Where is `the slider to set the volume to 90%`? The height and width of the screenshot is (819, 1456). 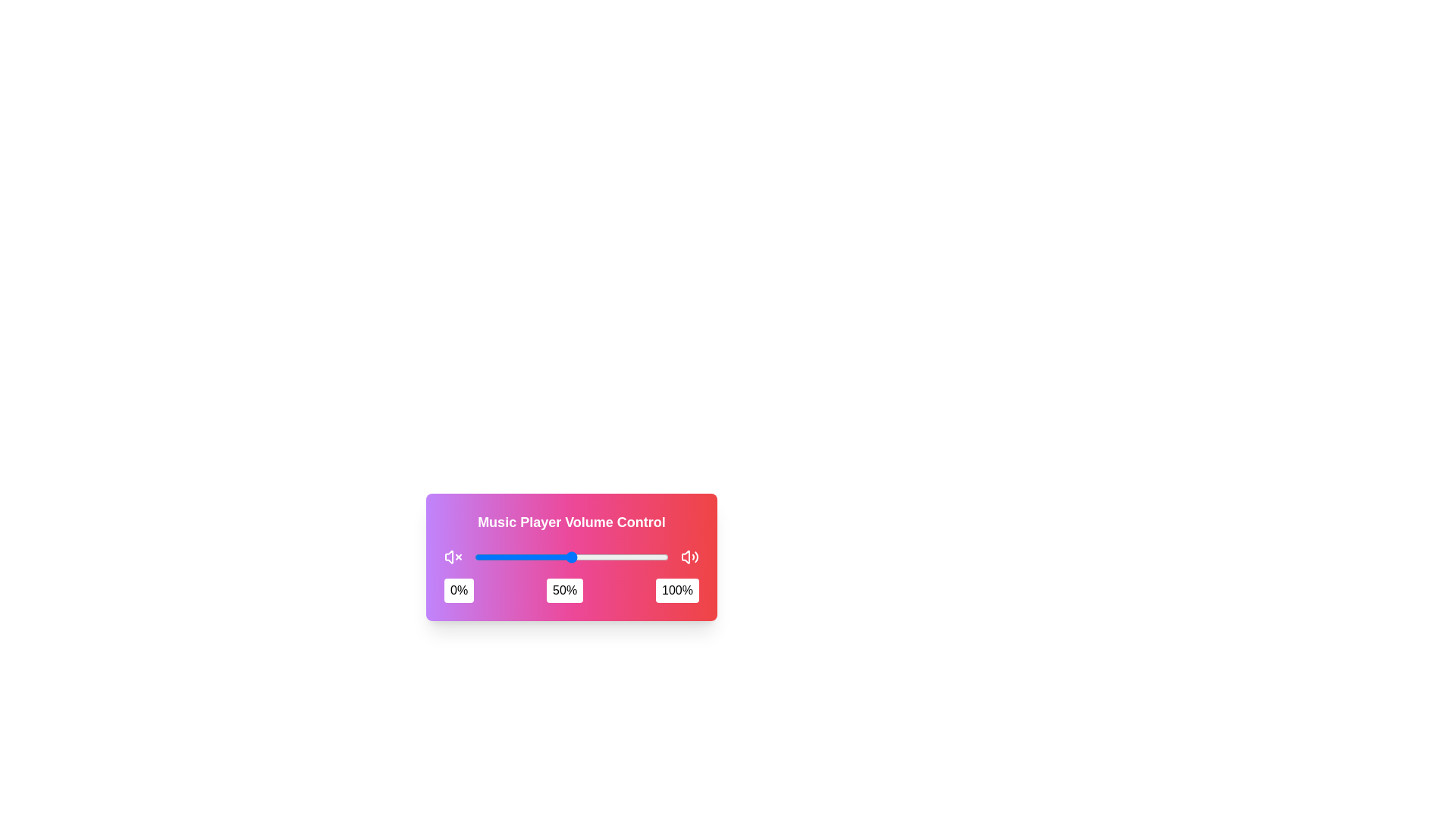
the slider to set the volume to 90% is located at coordinates (648, 557).